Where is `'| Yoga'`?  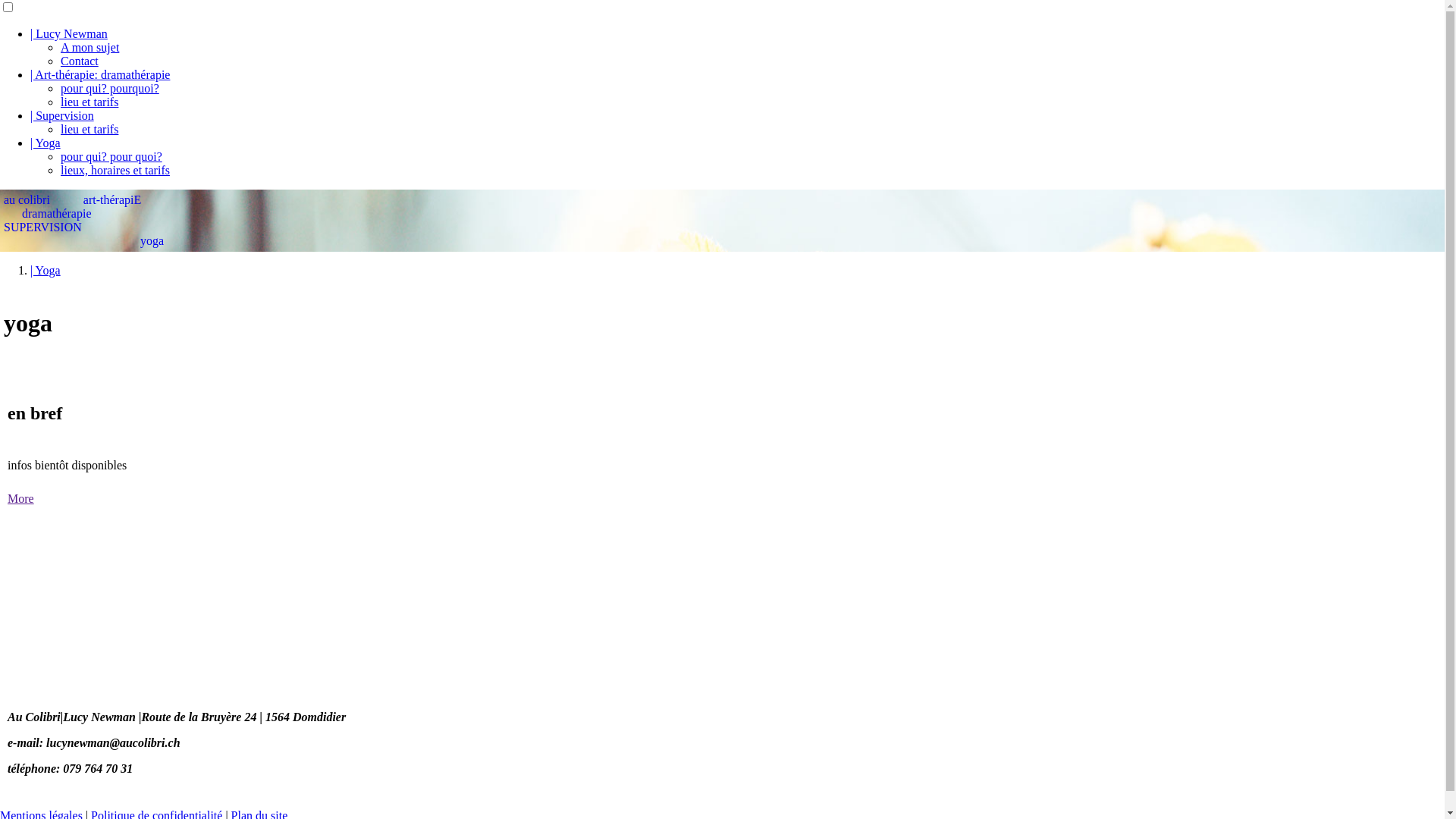
'| Yoga' is located at coordinates (45, 269).